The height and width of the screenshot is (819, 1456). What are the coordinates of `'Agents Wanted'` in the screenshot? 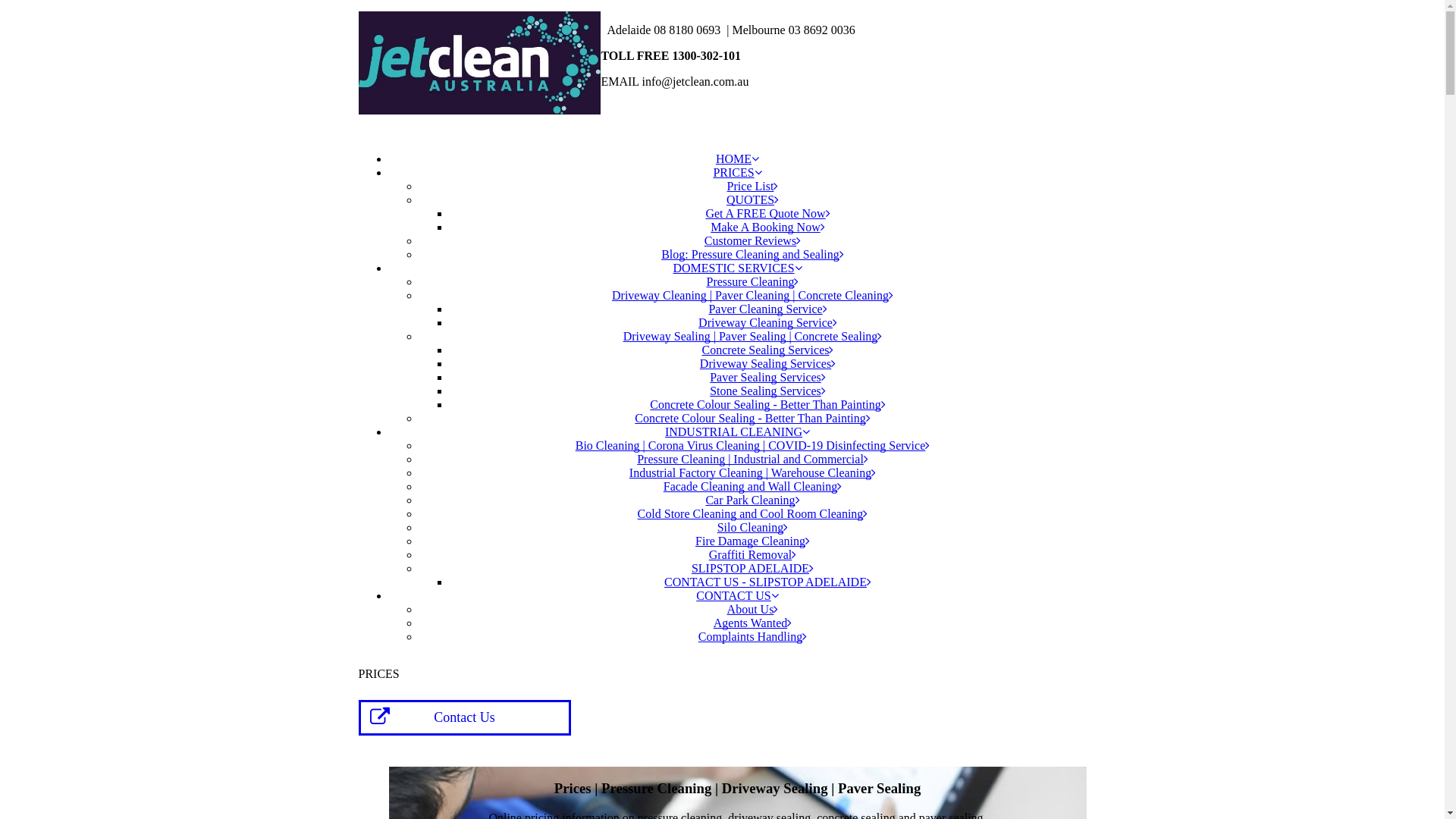 It's located at (753, 623).